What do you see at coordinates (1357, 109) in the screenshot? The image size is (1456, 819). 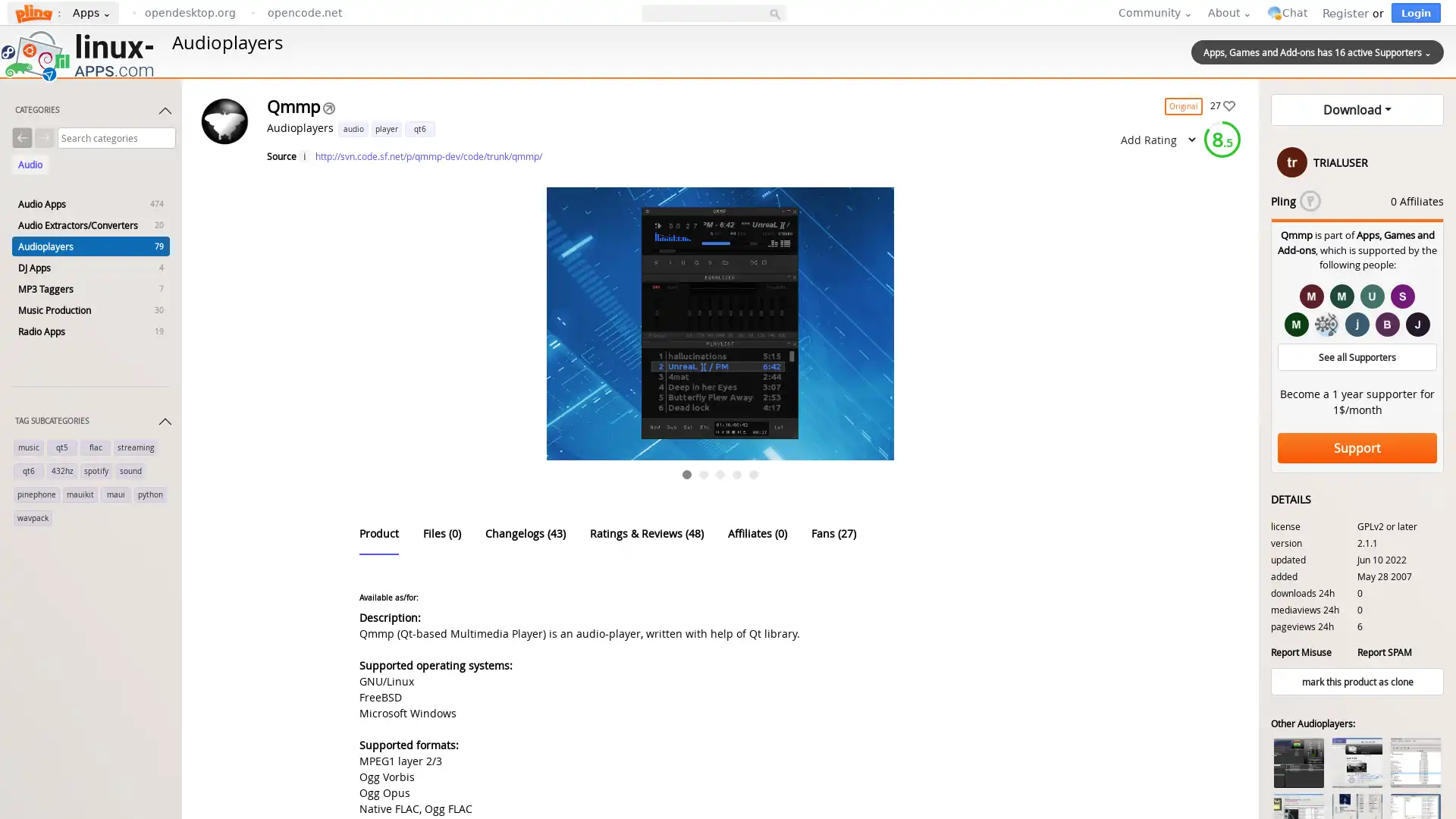 I see `Download` at bounding box center [1357, 109].